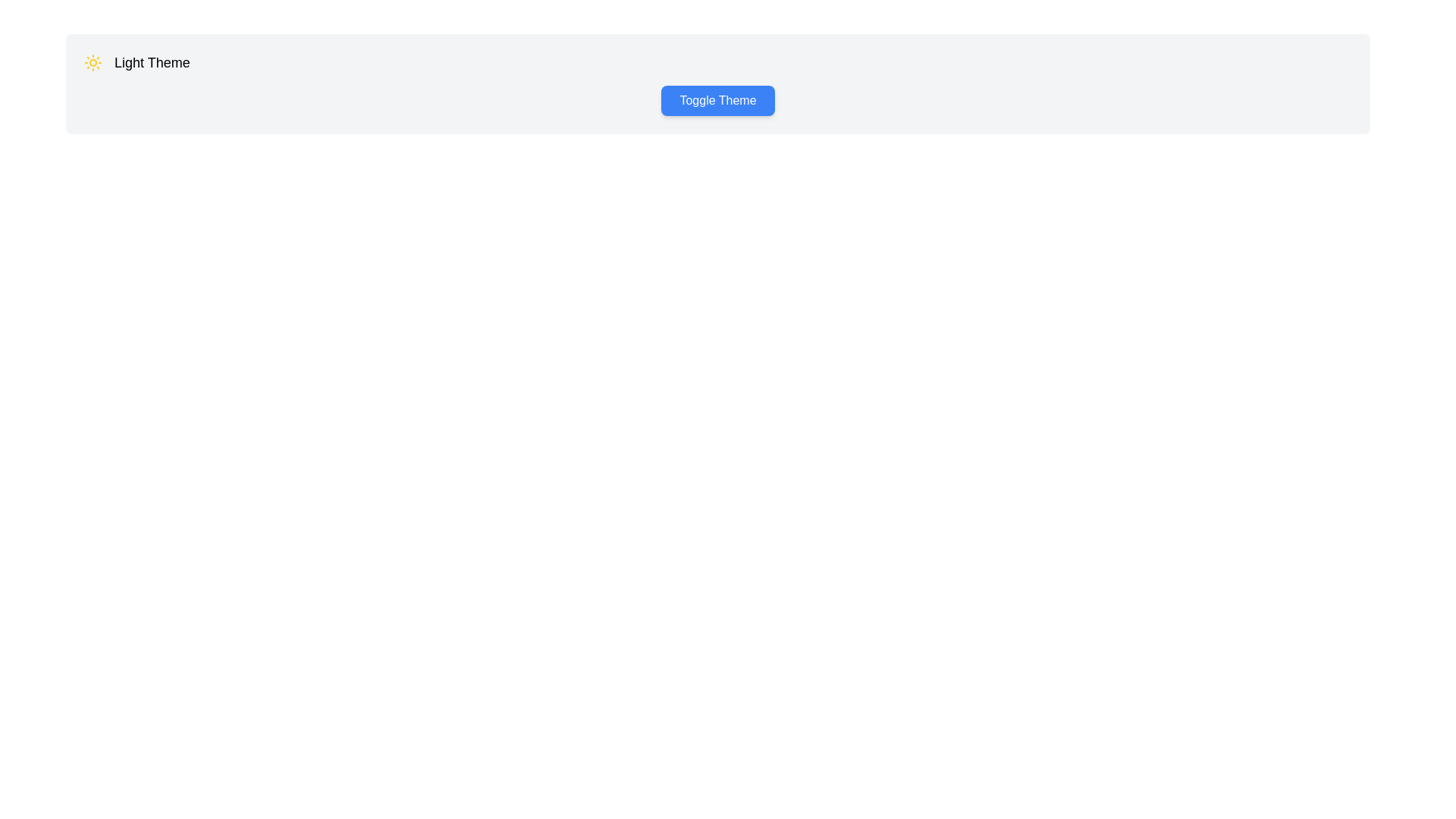 This screenshot has width=1456, height=819. Describe the element at coordinates (717, 100) in the screenshot. I see `the 'Toggle Theme' button to toggle the theme` at that location.